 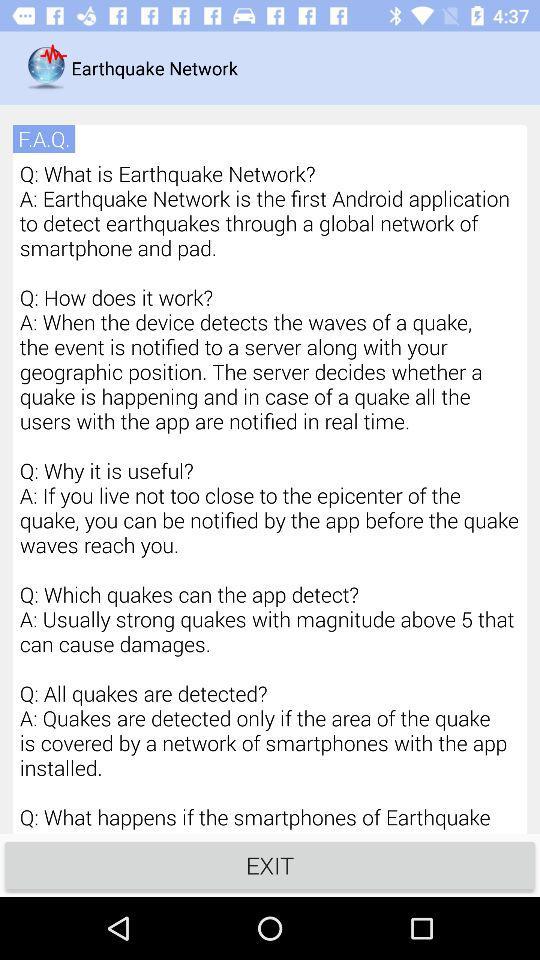 I want to click on the icon at the center, so click(x=270, y=495).